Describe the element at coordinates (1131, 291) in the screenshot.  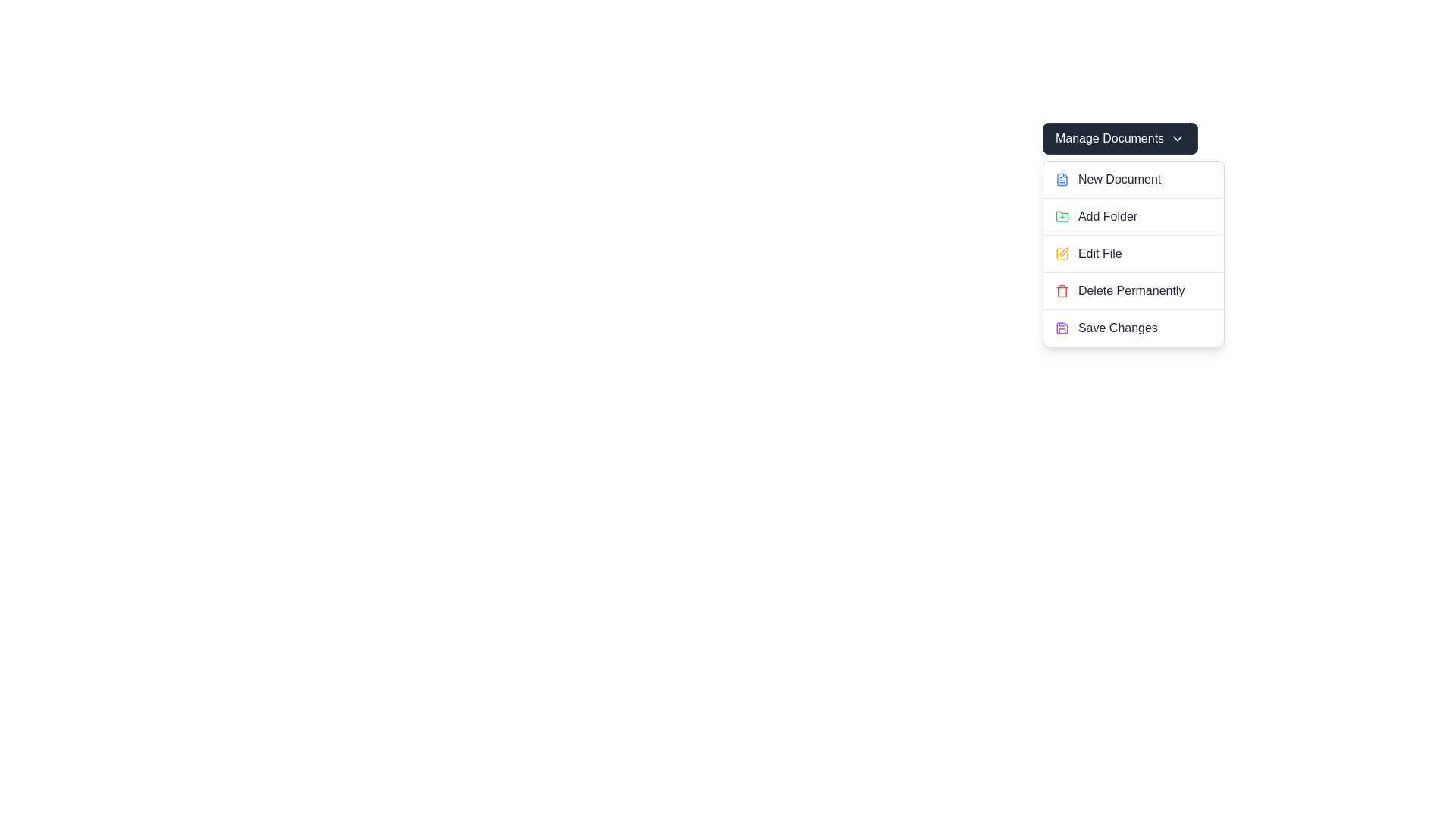
I see `the 'Delete' text label in the 'Manage Documents' dropdown menu` at that location.